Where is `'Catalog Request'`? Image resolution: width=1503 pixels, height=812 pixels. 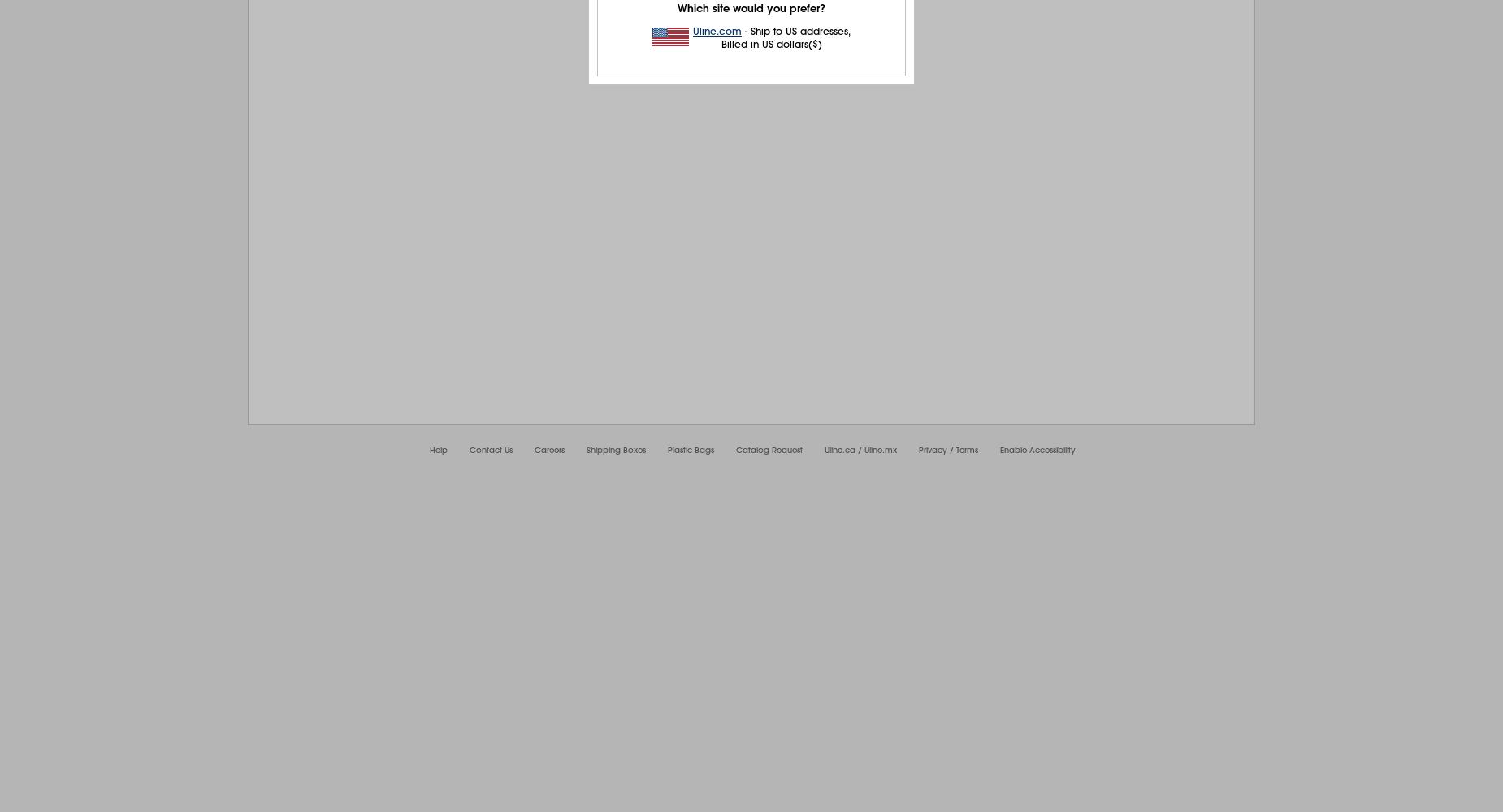 'Catalog Request' is located at coordinates (769, 450).